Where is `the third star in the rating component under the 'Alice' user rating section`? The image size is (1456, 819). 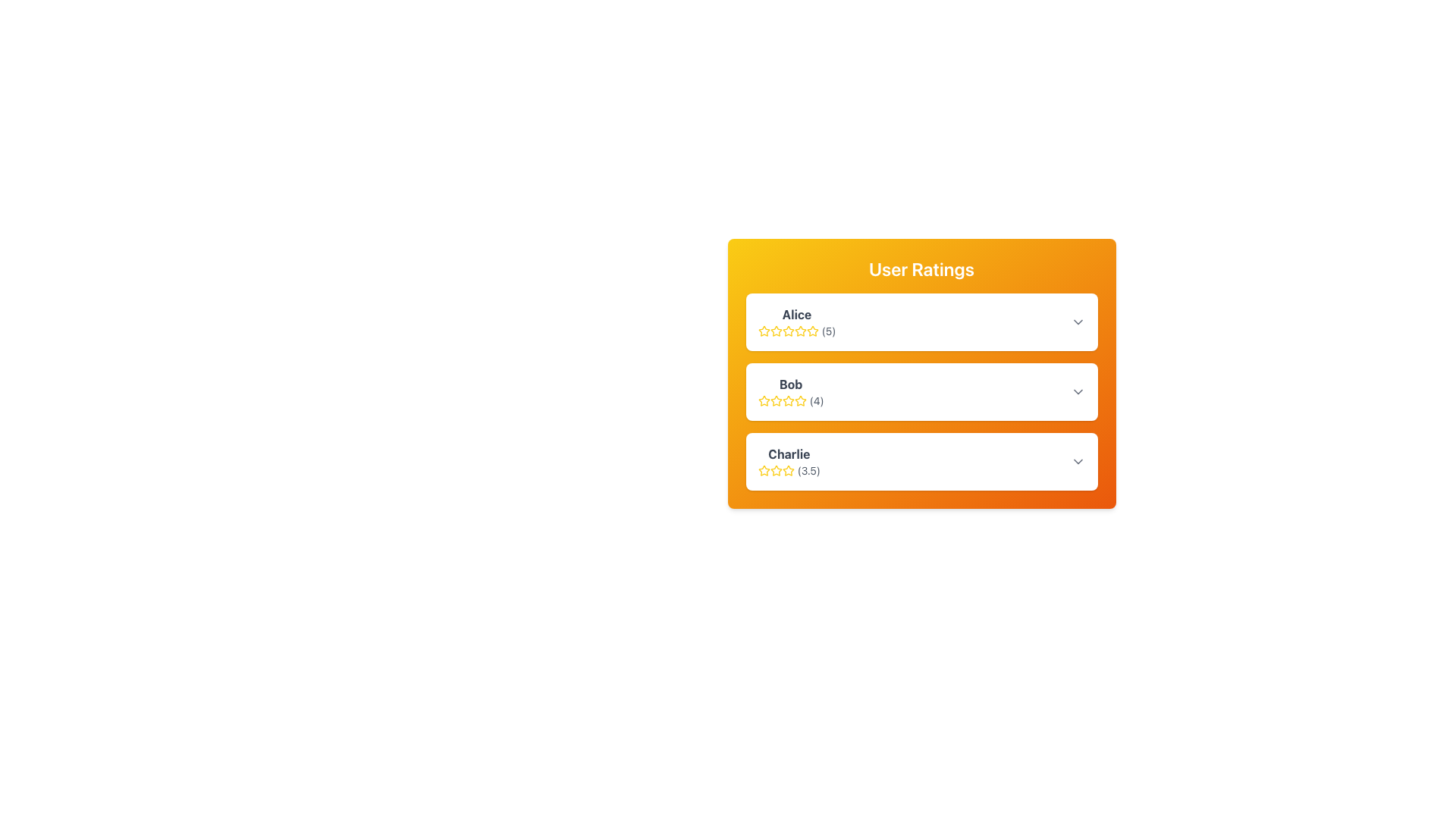
the third star in the rating component under the 'Alice' user rating section is located at coordinates (799, 330).